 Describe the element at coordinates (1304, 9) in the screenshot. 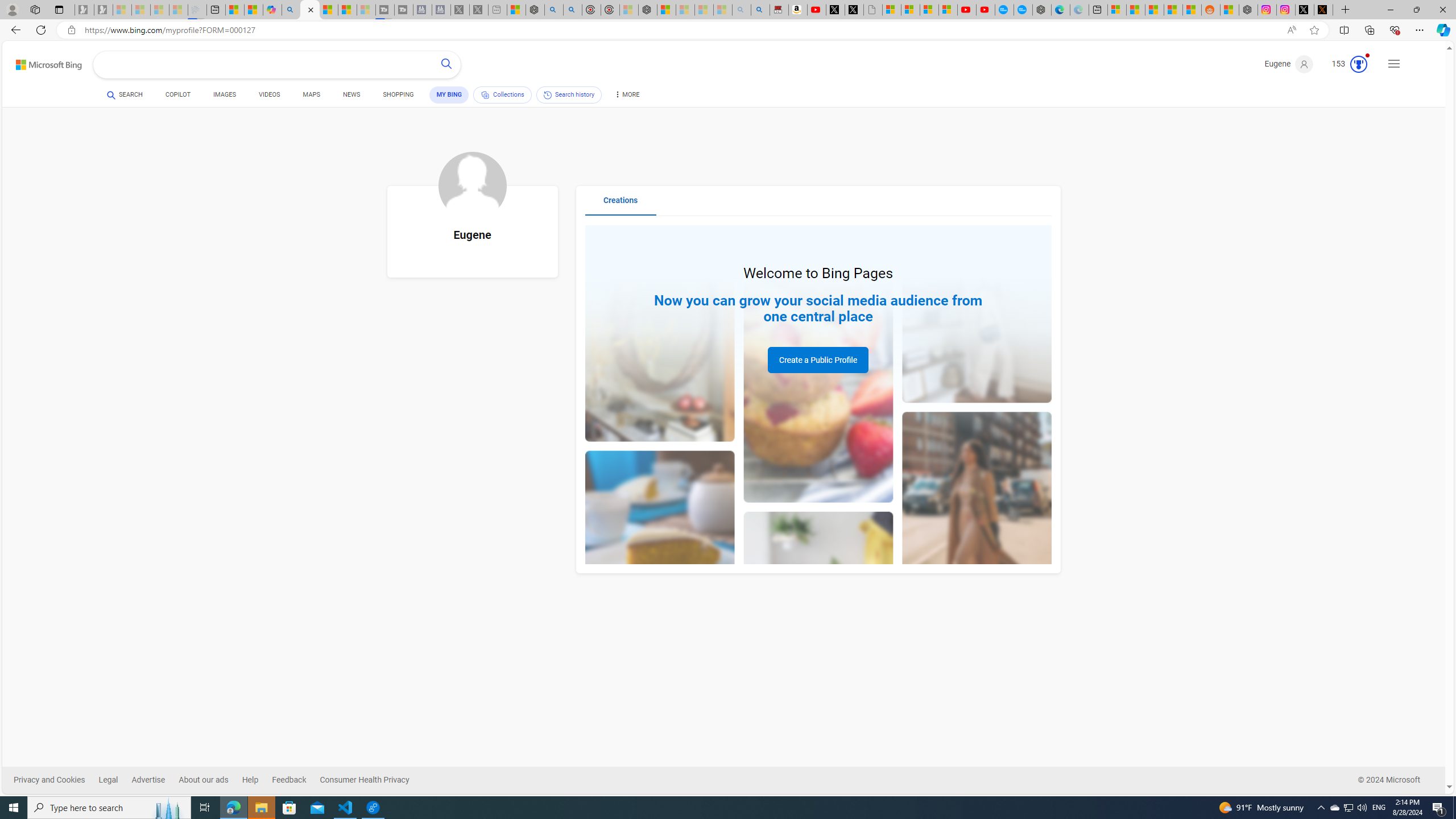

I see `'Log in to X / X'` at that location.